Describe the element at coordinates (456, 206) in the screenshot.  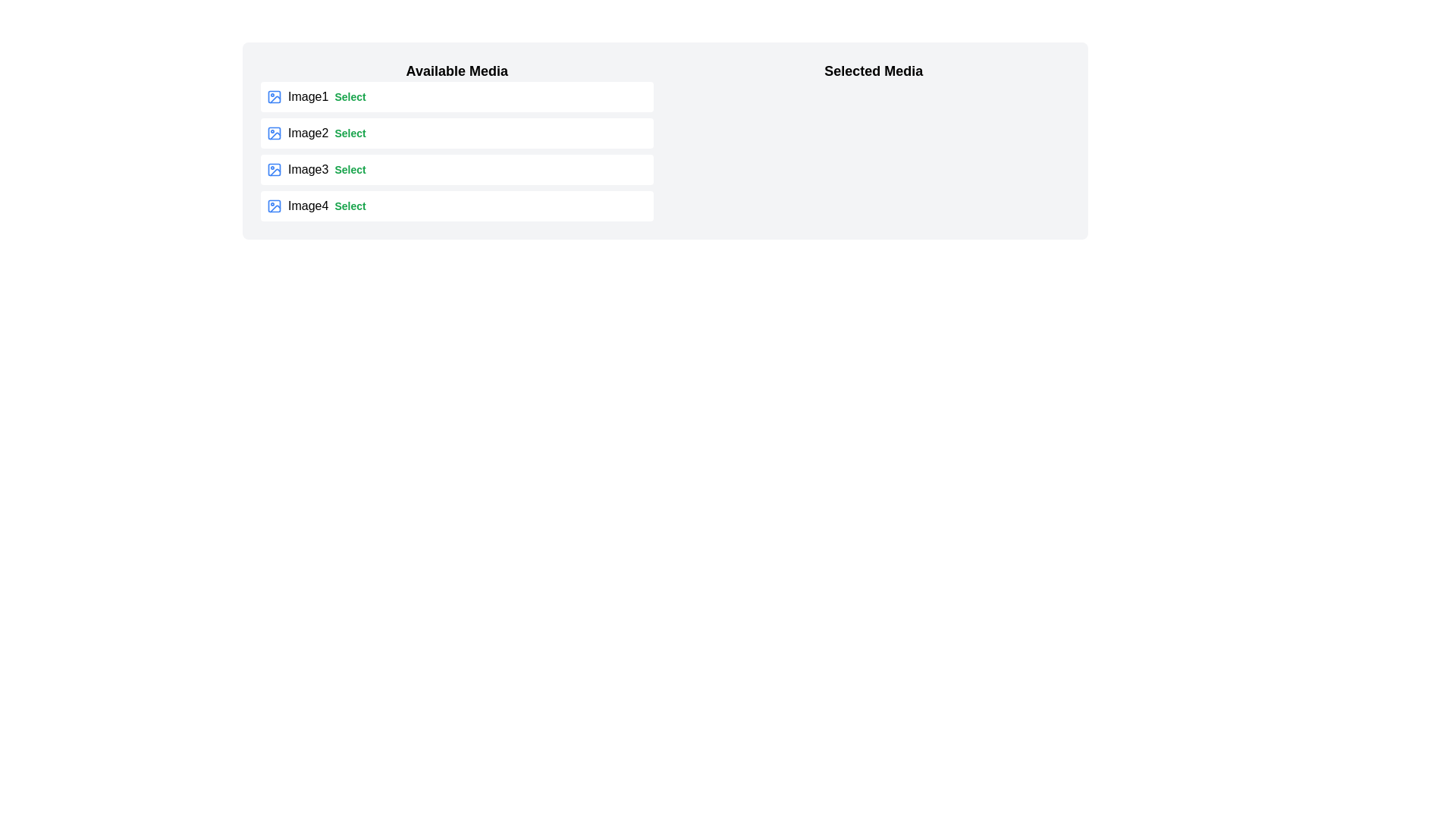
I see `the 'Select' link in the fourth list item of the 'Available Media' section` at that location.